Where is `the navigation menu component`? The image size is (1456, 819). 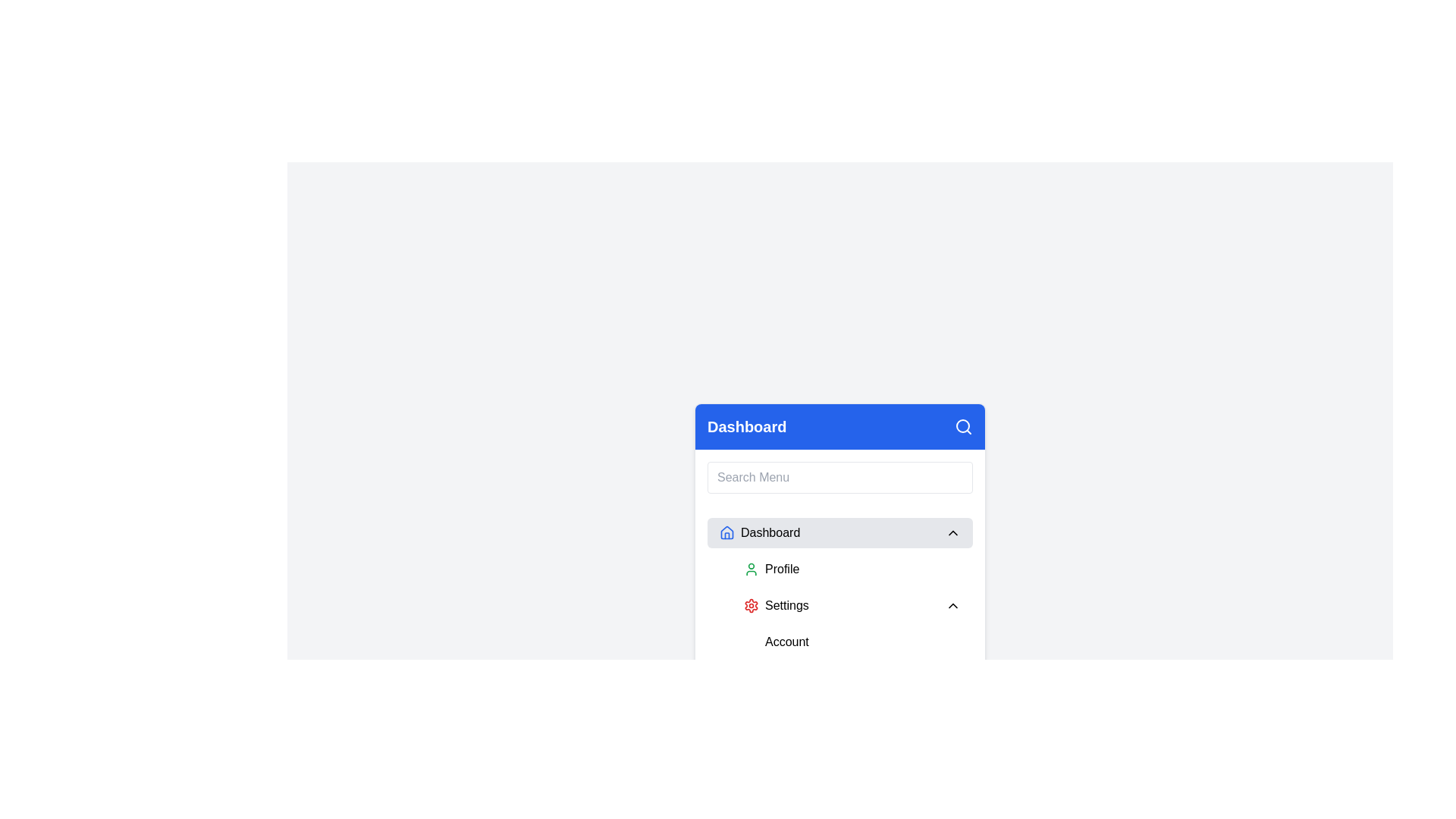
the navigation menu component is located at coordinates (839, 571).